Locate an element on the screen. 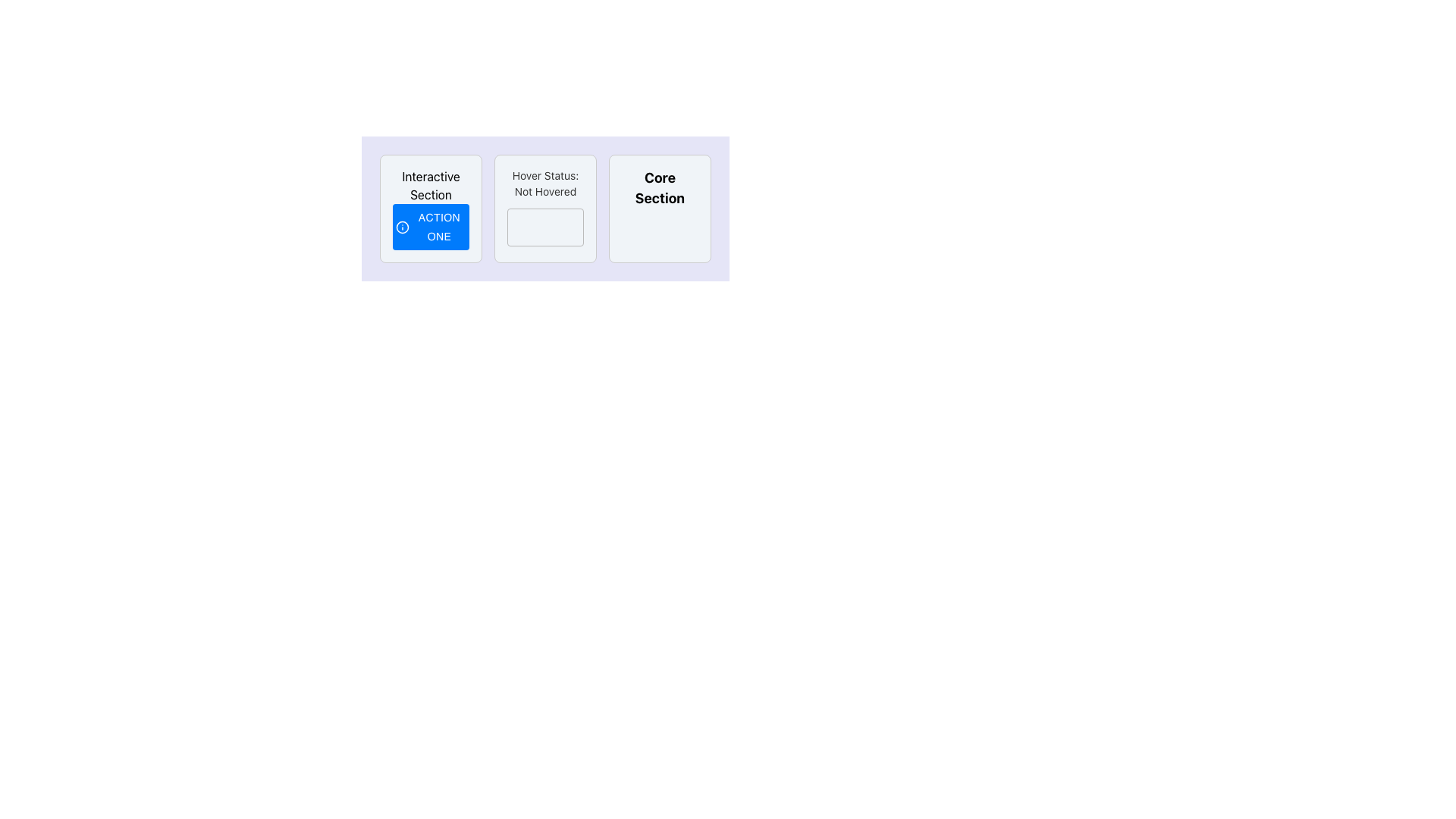 This screenshot has height=819, width=1456. the rectangular blue button labeled 'ACTION ONE' with white text is located at coordinates (430, 227).